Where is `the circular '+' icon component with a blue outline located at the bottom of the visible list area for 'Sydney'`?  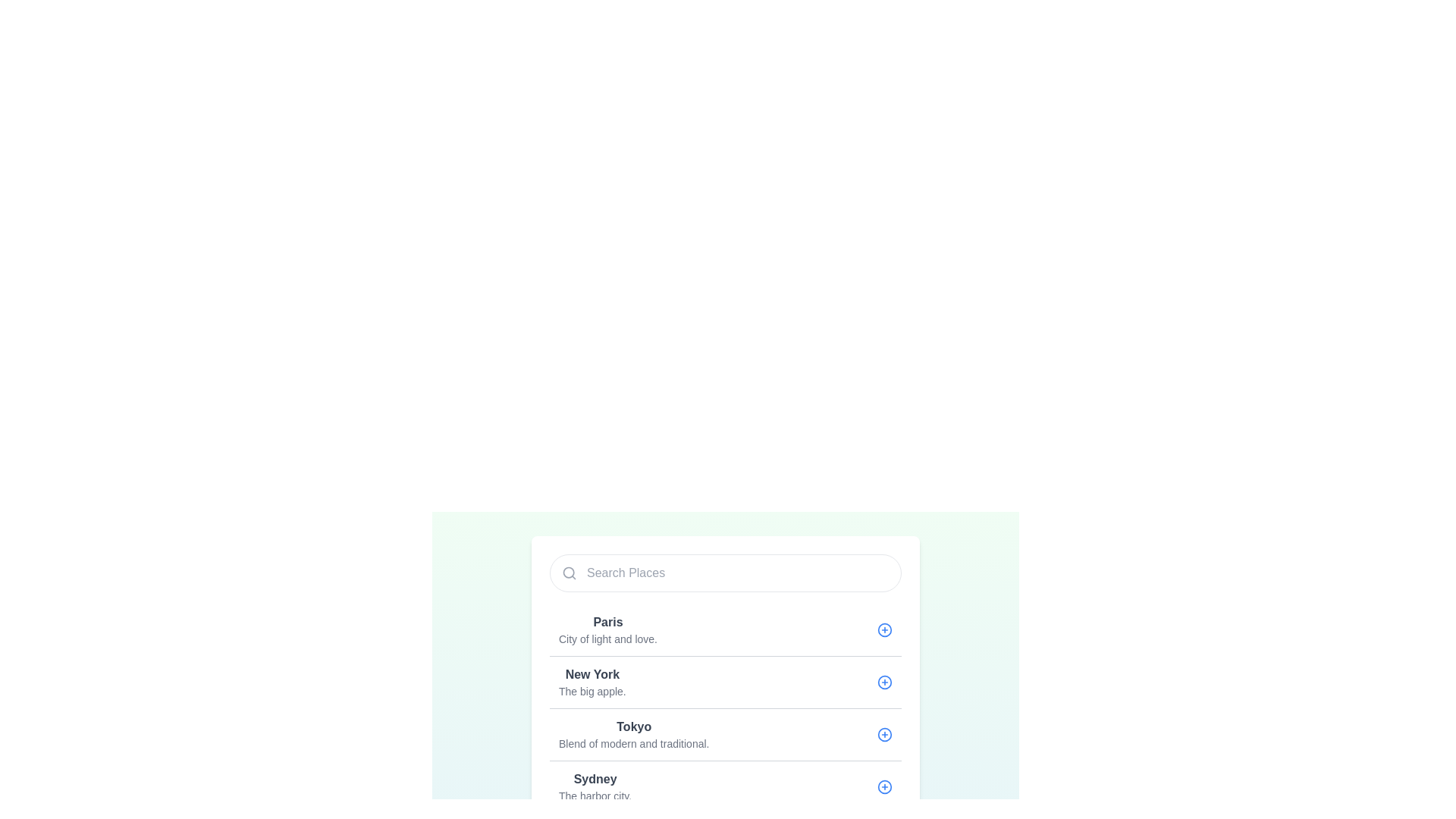 the circular '+' icon component with a blue outline located at the bottom of the visible list area for 'Sydney' is located at coordinates (884, 786).